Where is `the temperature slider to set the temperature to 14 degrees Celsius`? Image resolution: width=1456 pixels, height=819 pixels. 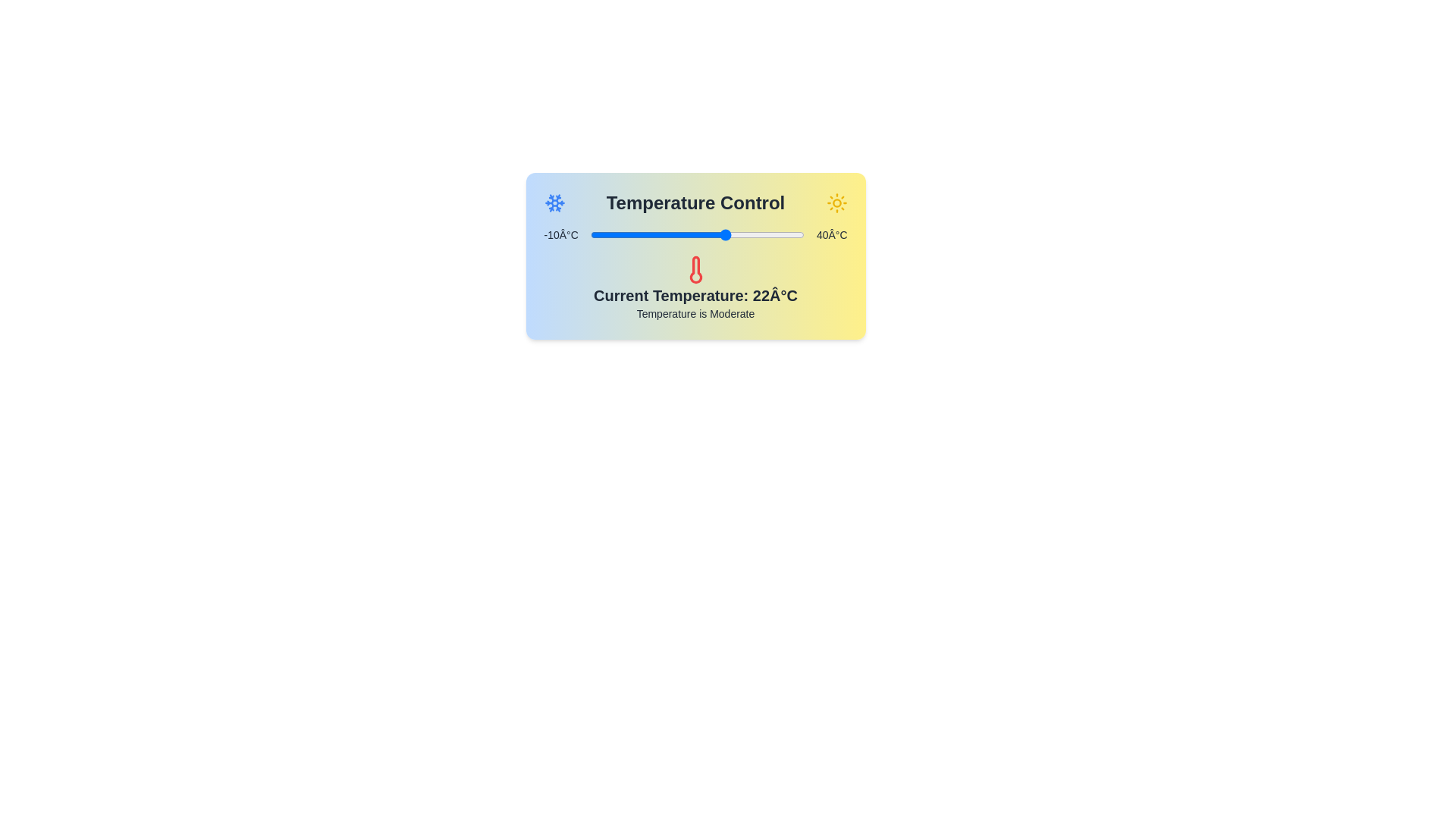 the temperature slider to set the temperature to 14 degrees Celsius is located at coordinates (692, 234).